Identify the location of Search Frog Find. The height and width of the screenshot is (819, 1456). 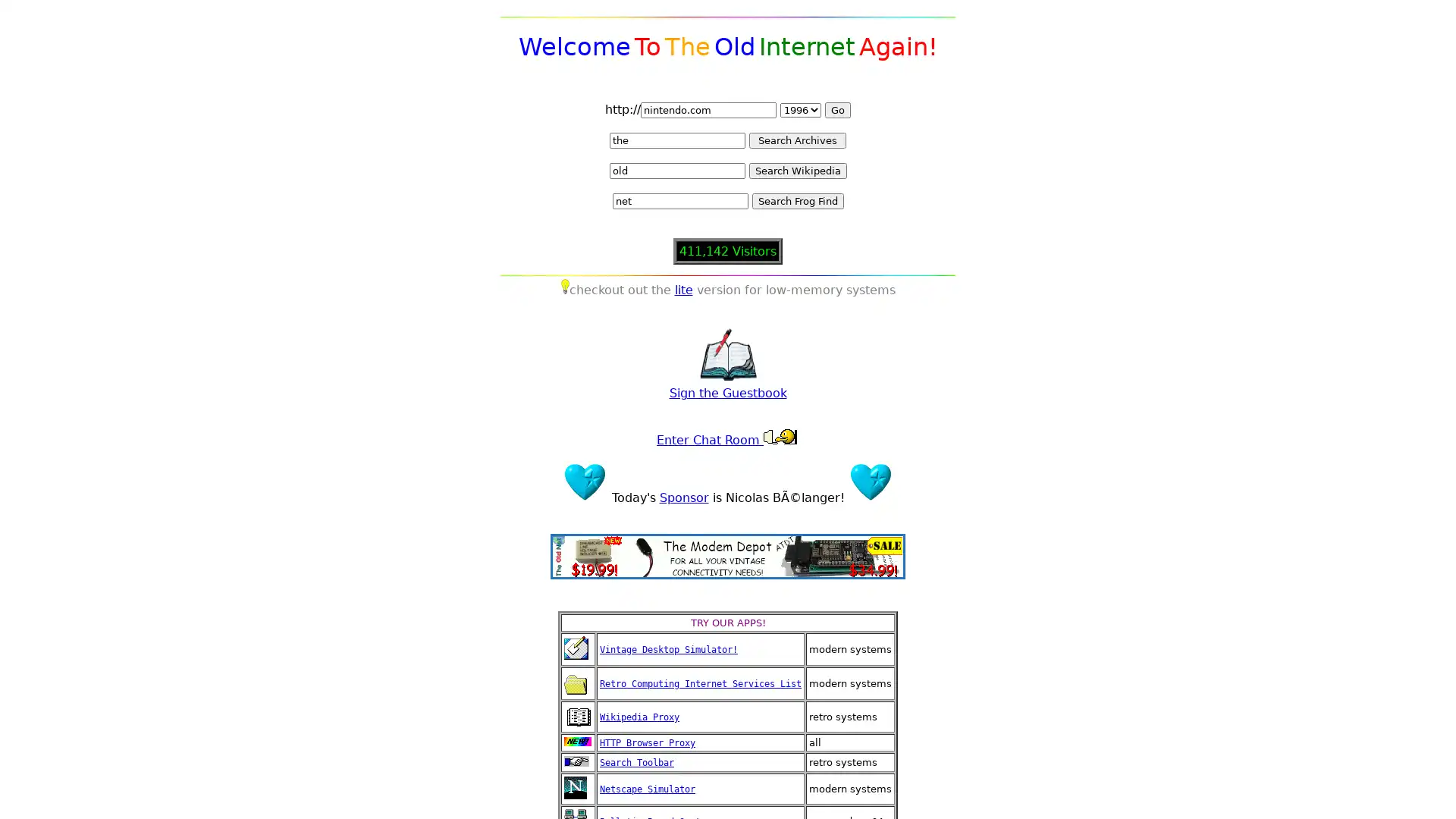
(796, 200).